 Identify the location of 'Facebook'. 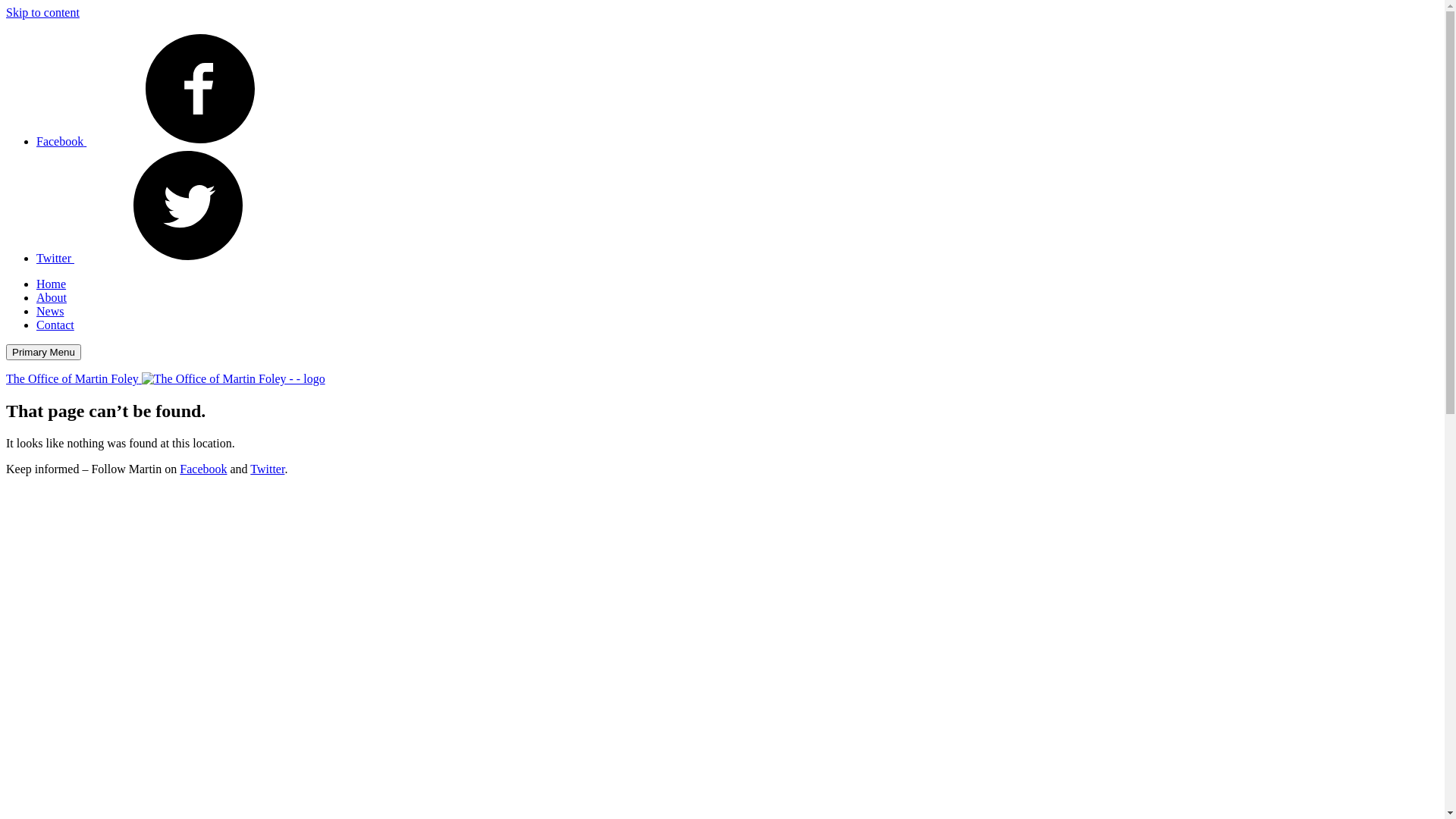
(174, 141).